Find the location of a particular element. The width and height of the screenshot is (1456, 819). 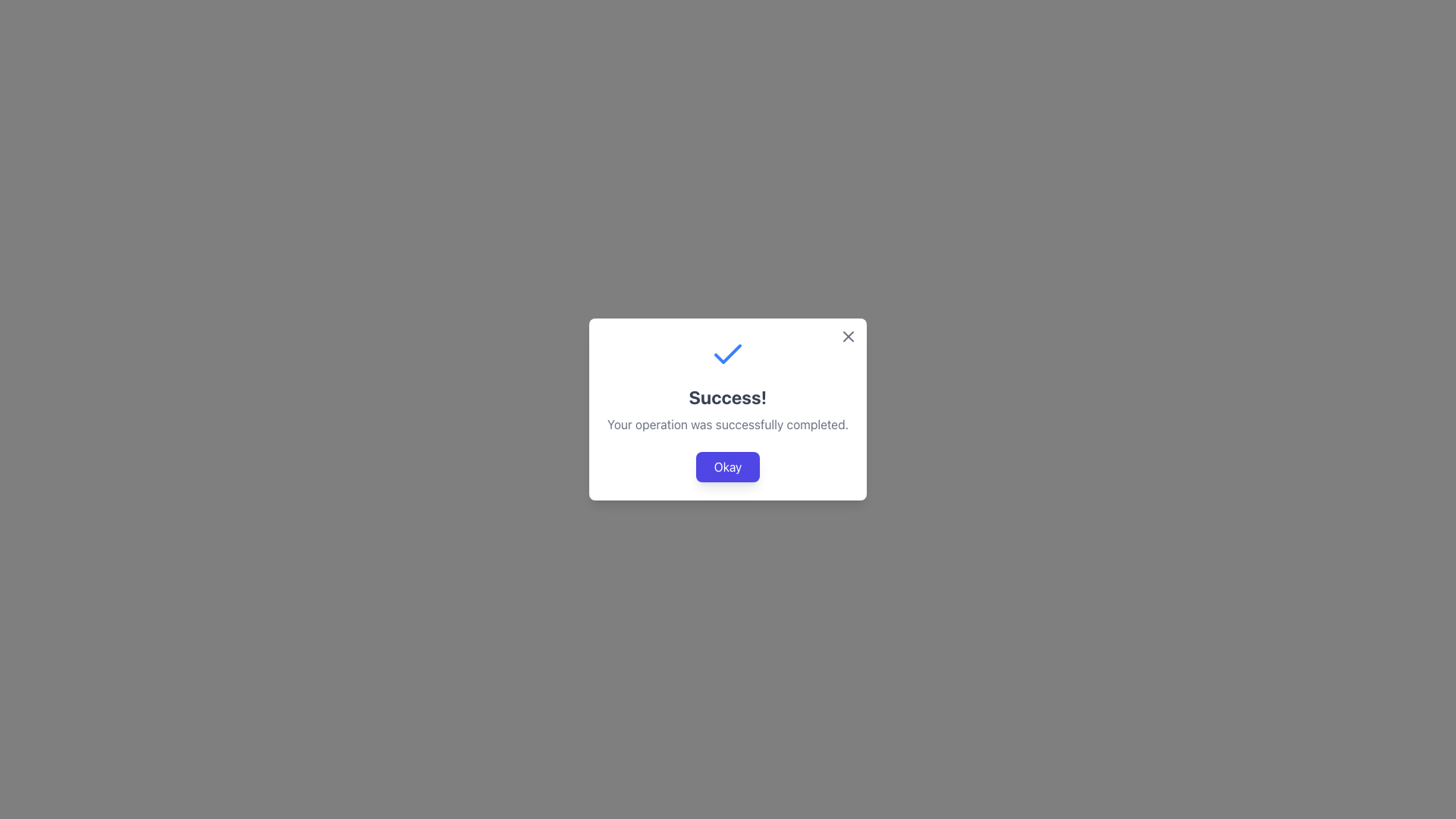

the close button located in the top-right corner of the white popup card to change its color is located at coordinates (847, 335).